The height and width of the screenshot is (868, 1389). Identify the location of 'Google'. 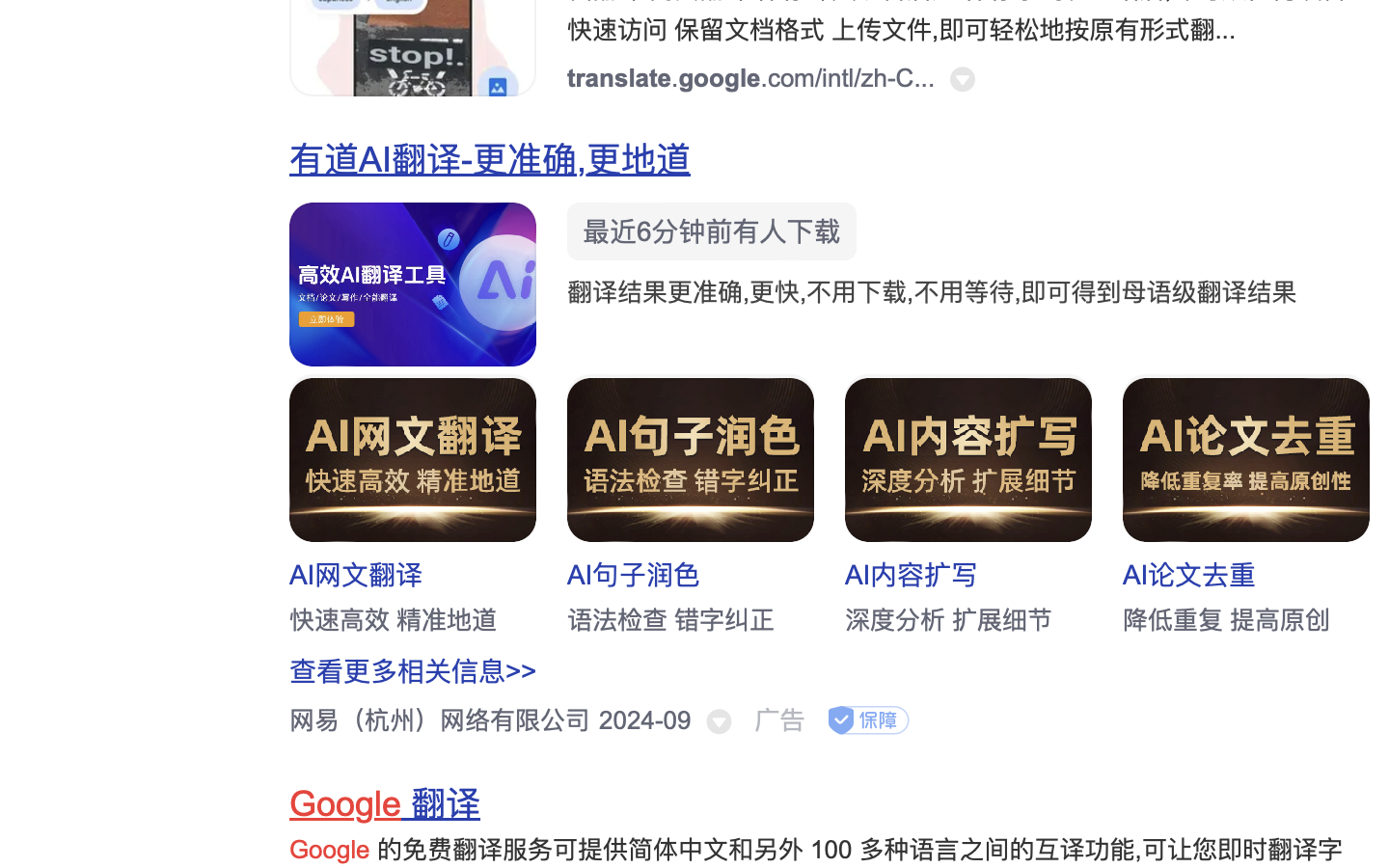
(345, 804).